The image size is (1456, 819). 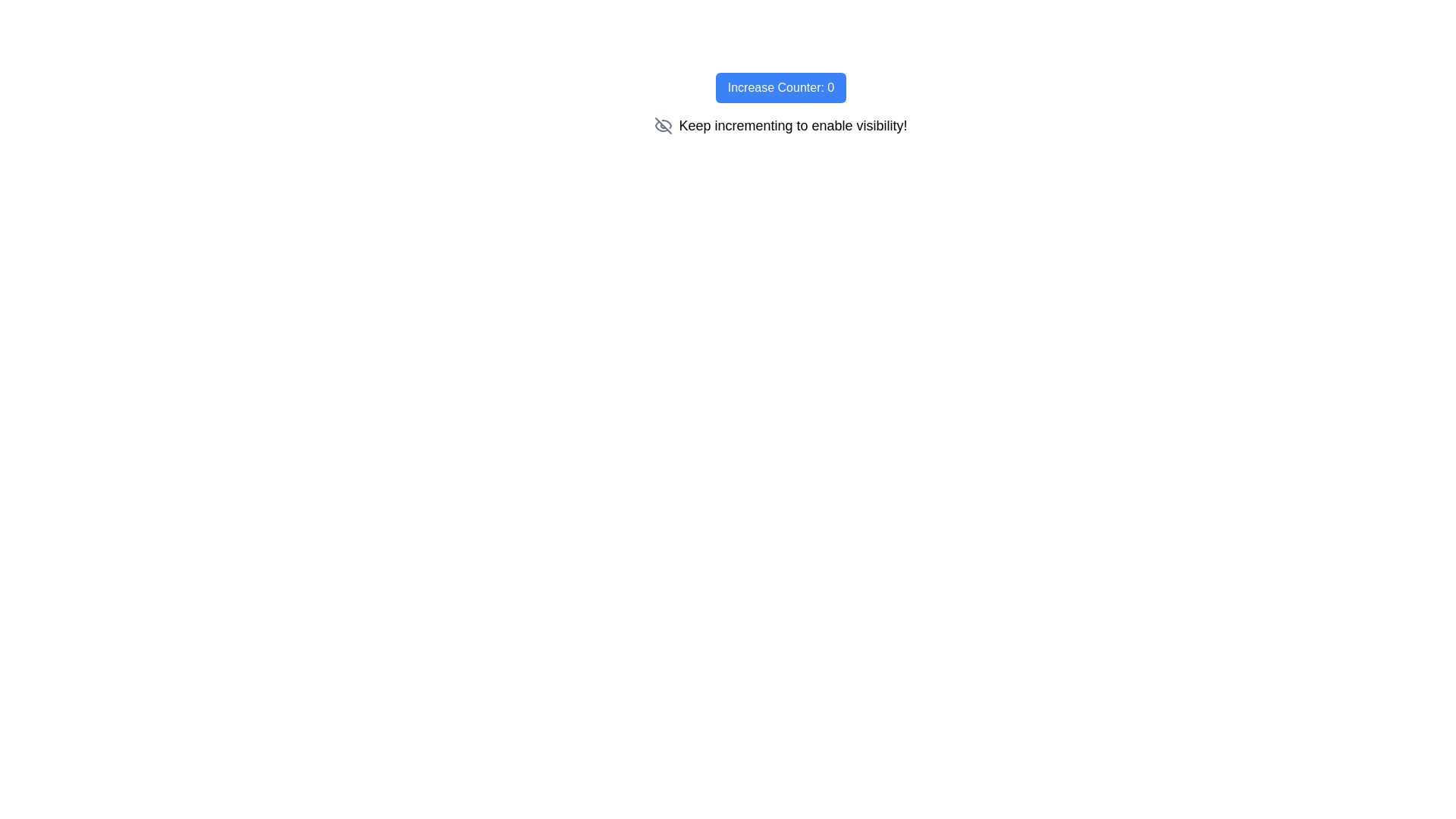 What do you see at coordinates (781, 87) in the screenshot?
I see `the increment button located at the upper-middle part of the interface to observe the hover effects` at bounding box center [781, 87].